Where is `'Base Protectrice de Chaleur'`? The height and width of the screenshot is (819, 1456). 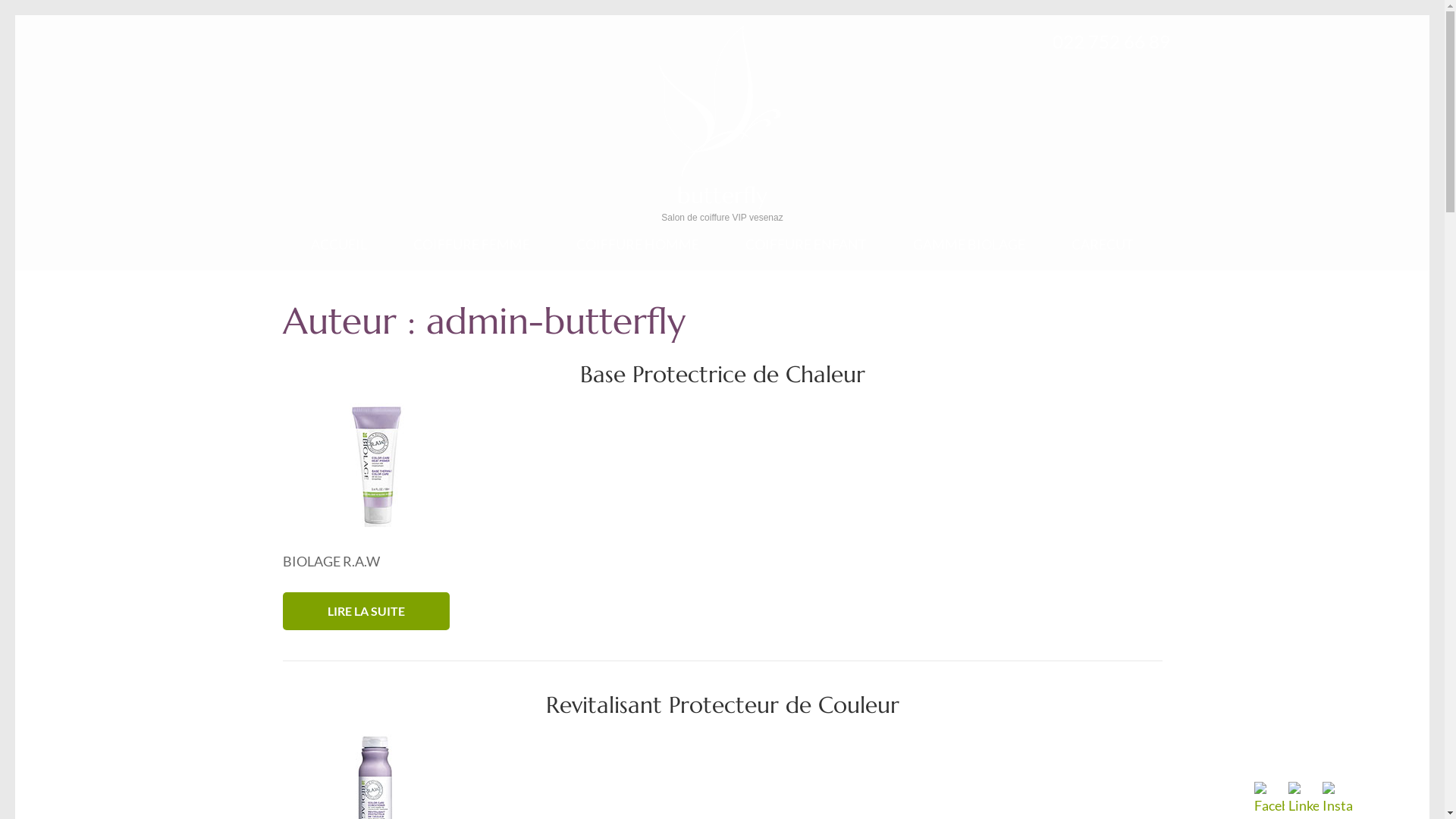
'Base Protectrice de Chaleur' is located at coordinates (720, 374).